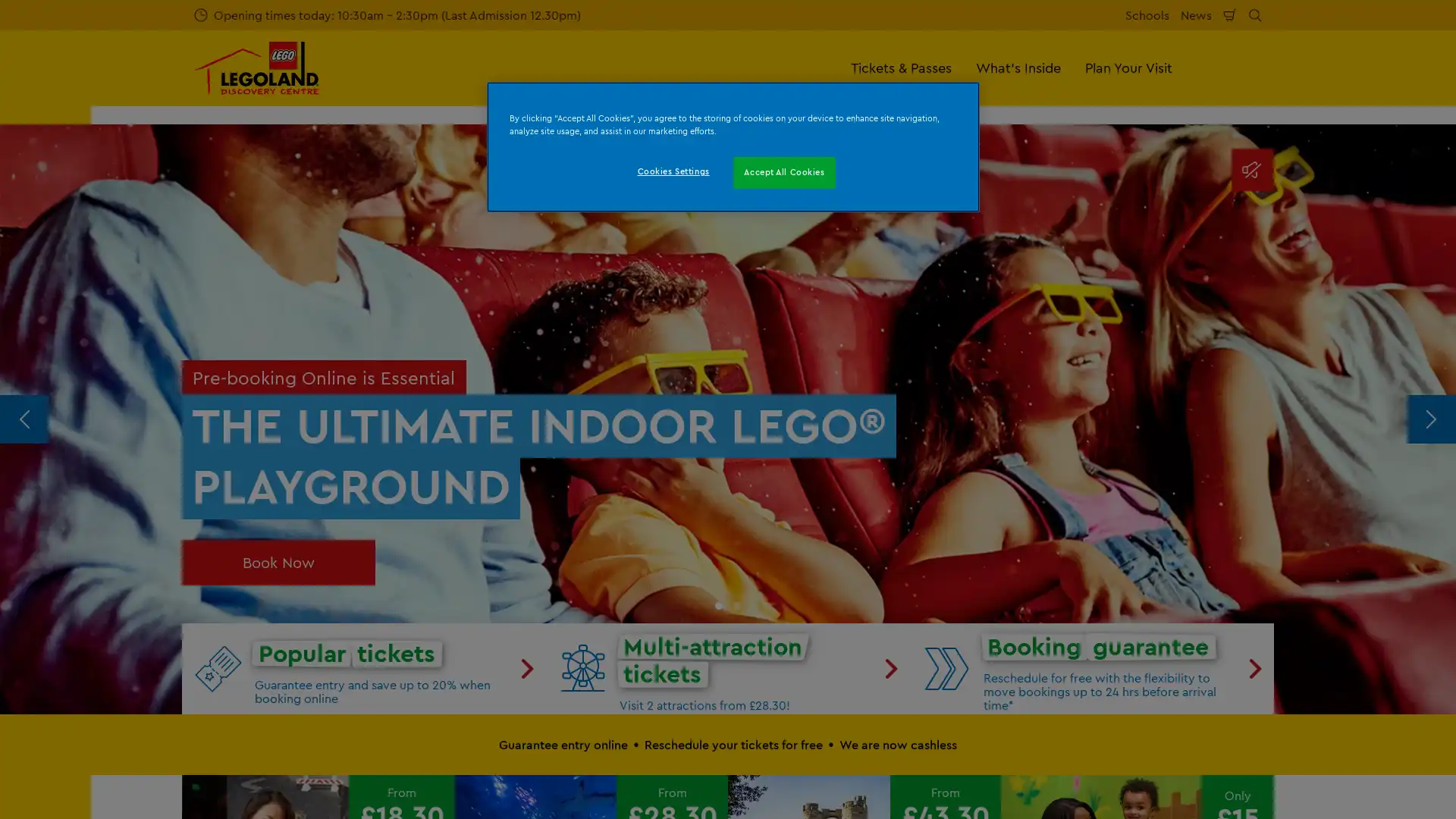 The image size is (1456, 819). I want to click on Plan Your Visit, so click(1128, 67).